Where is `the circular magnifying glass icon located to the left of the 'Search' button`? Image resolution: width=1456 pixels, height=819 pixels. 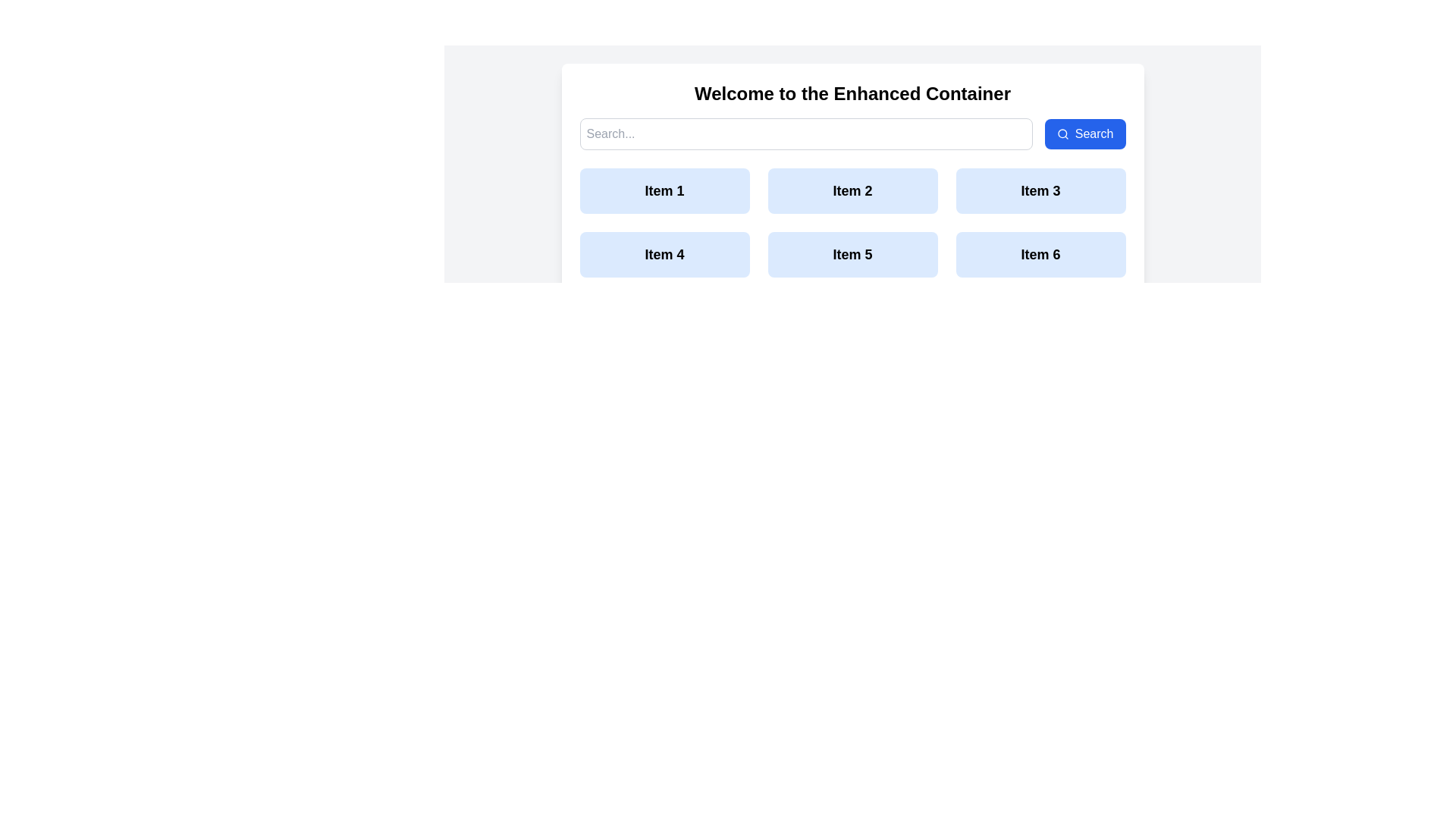
the circular magnifying glass icon located to the left of the 'Search' button is located at coordinates (1062, 133).